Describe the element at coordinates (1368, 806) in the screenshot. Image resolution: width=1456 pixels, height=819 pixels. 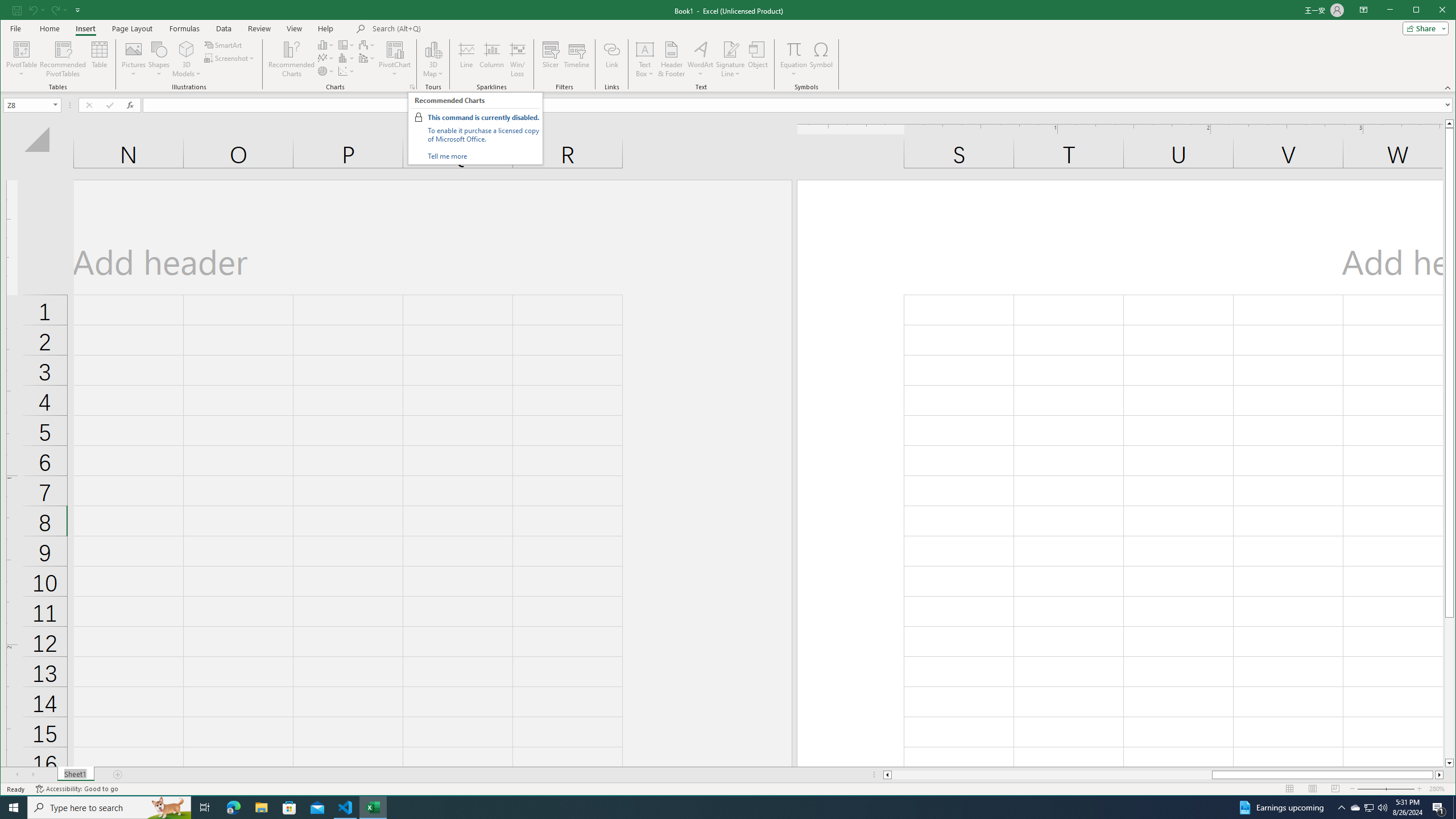
I see `'User Promoted Notification Area'` at that location.